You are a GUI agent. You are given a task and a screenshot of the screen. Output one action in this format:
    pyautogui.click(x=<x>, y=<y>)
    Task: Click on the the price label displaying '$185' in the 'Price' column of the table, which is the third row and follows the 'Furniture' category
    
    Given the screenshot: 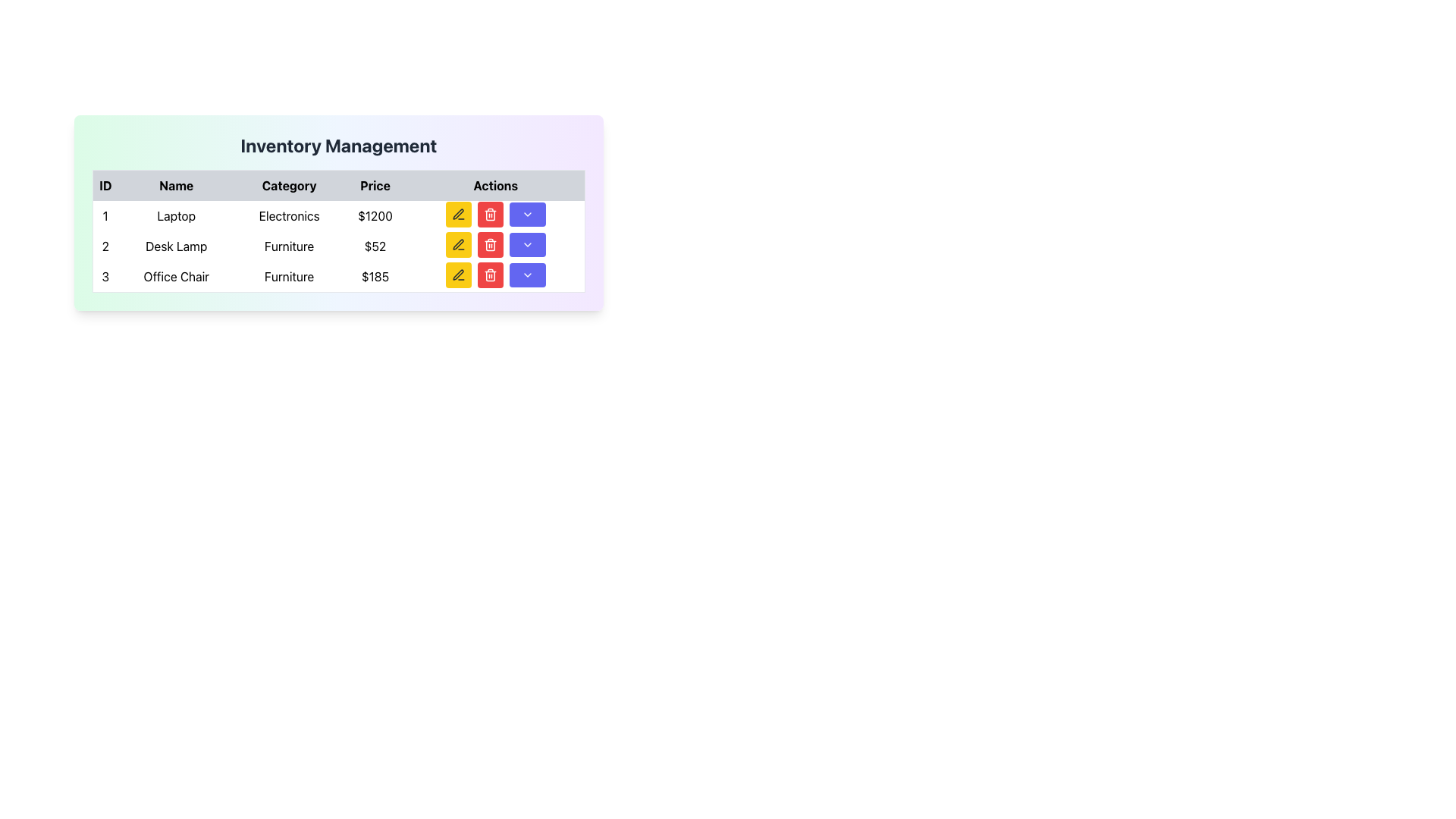 What is the action you would take?
    pyautogui.click(x=375, y=277)
    